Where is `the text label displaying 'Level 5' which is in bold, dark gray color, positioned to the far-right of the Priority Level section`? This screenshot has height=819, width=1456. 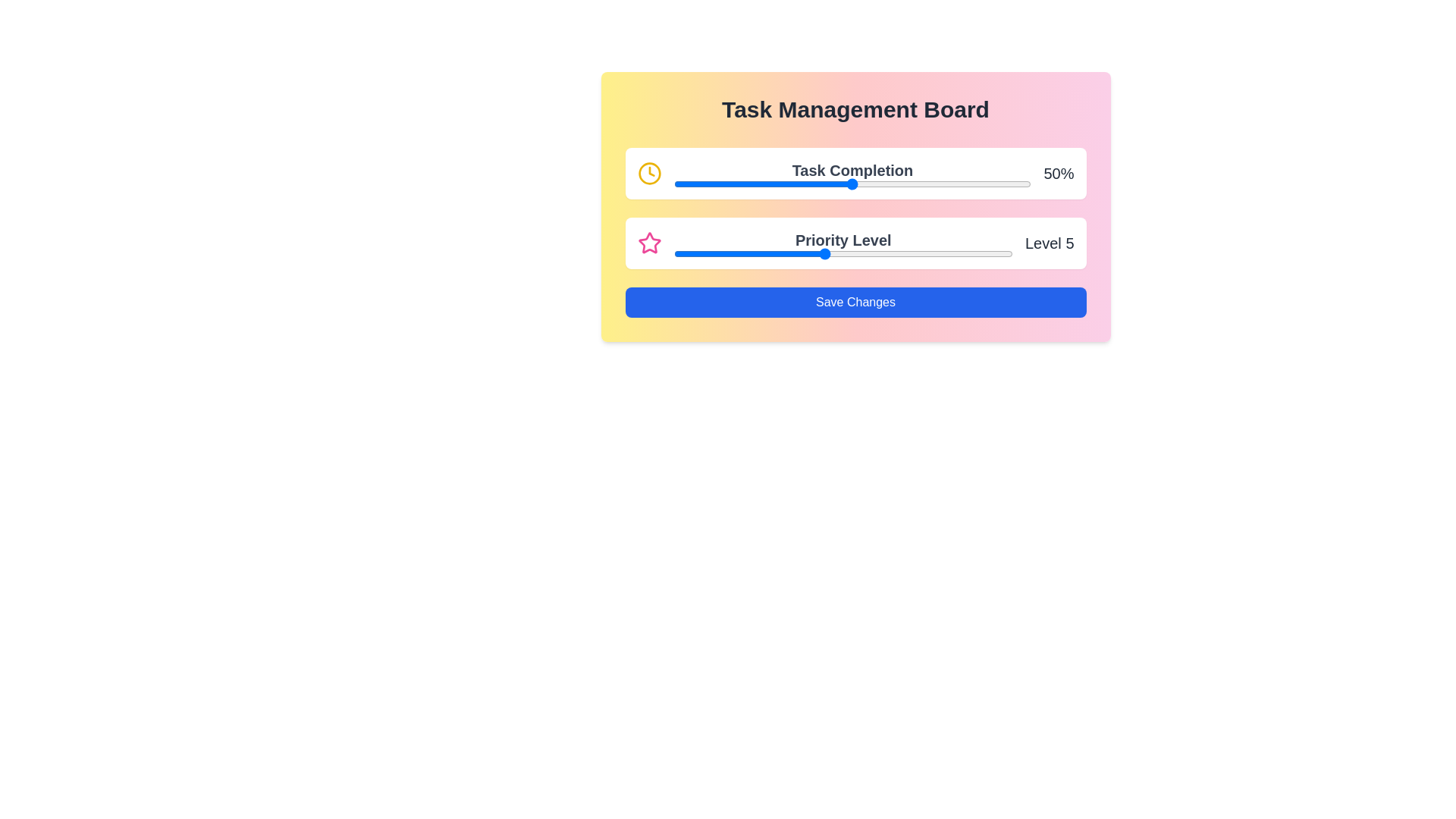
the text label displaying 'Level 5' which is in bold, dark gray color, positioned to the far-right of the Priority Level section is located at coordinates (1049, 242).